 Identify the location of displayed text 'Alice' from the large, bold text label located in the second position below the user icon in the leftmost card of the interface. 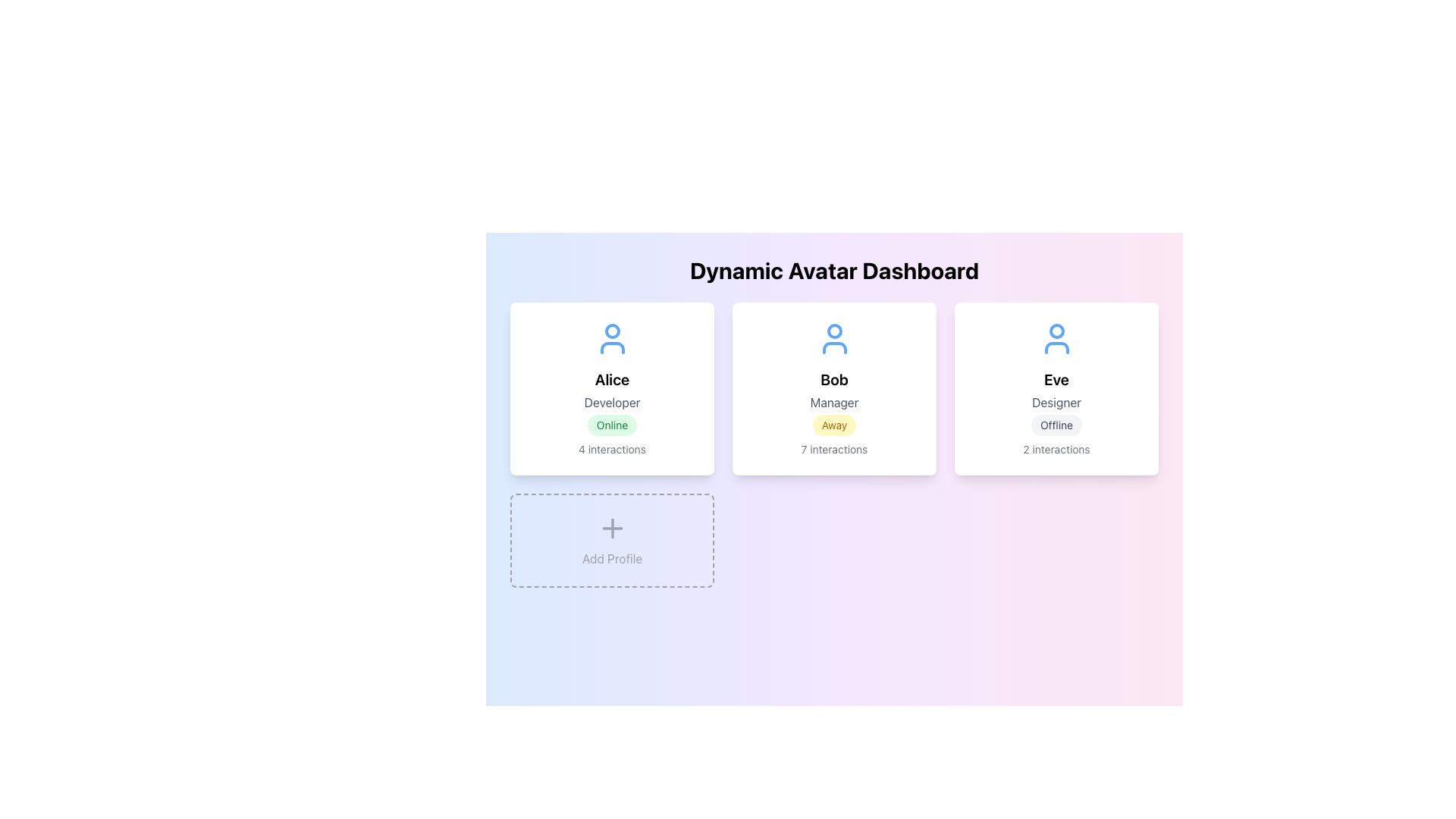
(612, 379).